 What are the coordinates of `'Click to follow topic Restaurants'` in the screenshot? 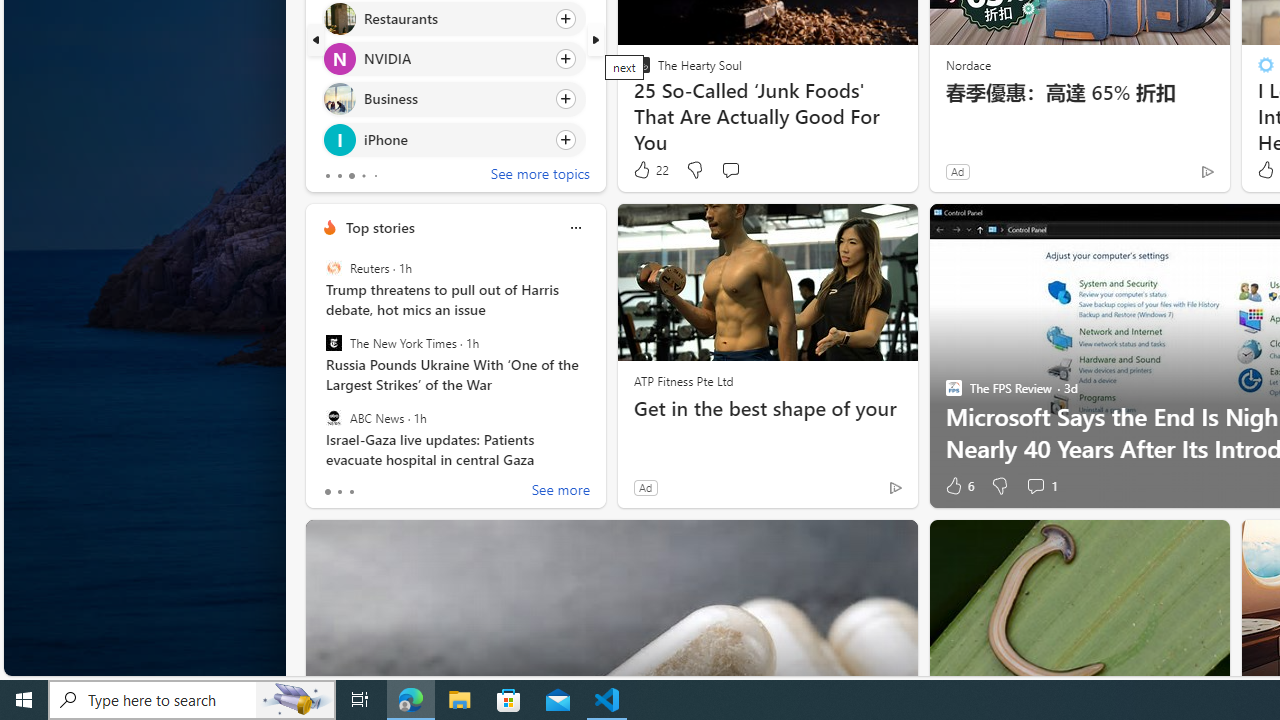 It's located at (452, 18).